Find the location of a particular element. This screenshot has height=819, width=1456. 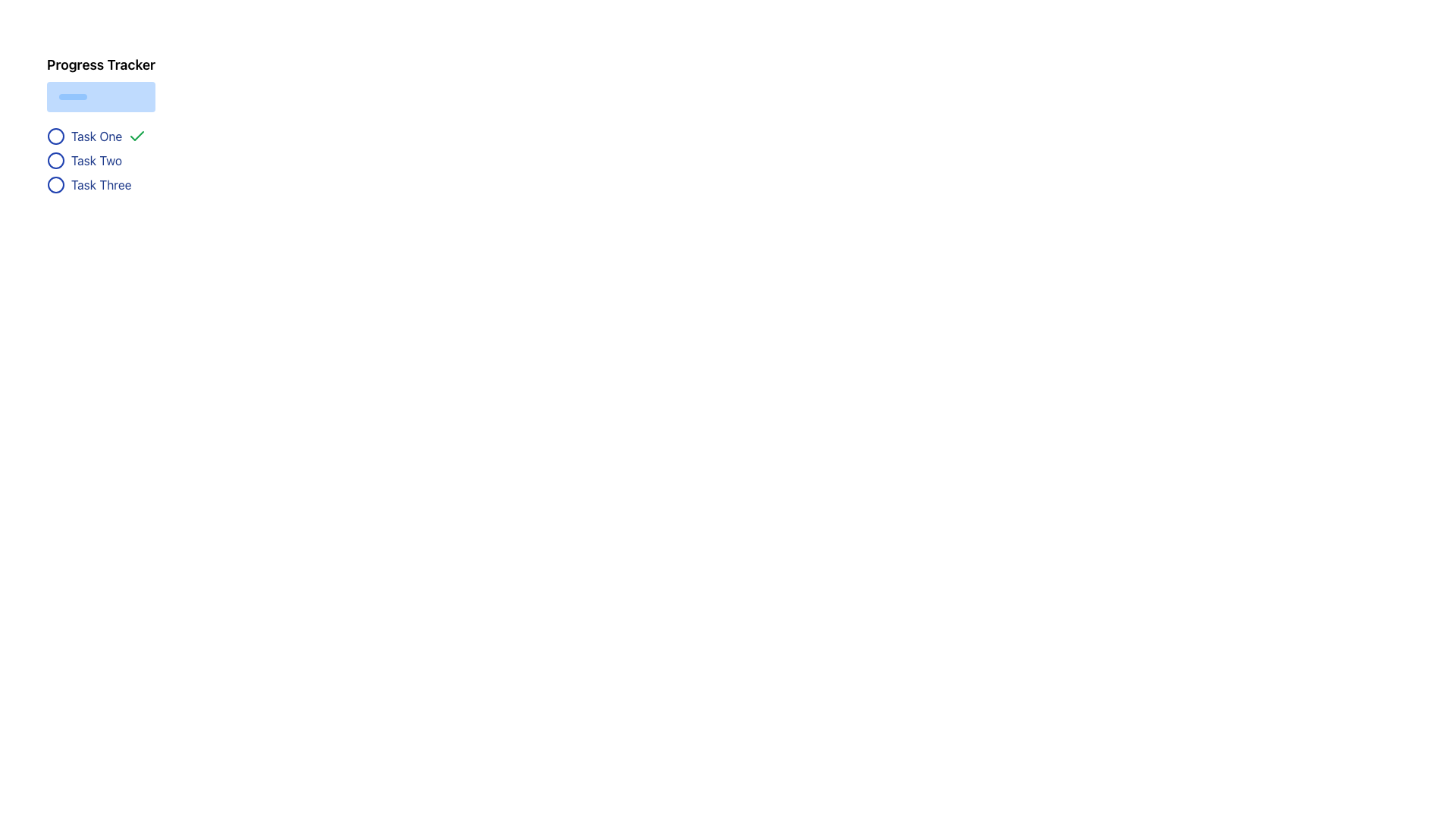

the task labeled 'Task Three' in the progress tracking UI is located at coordinates (100, 184).